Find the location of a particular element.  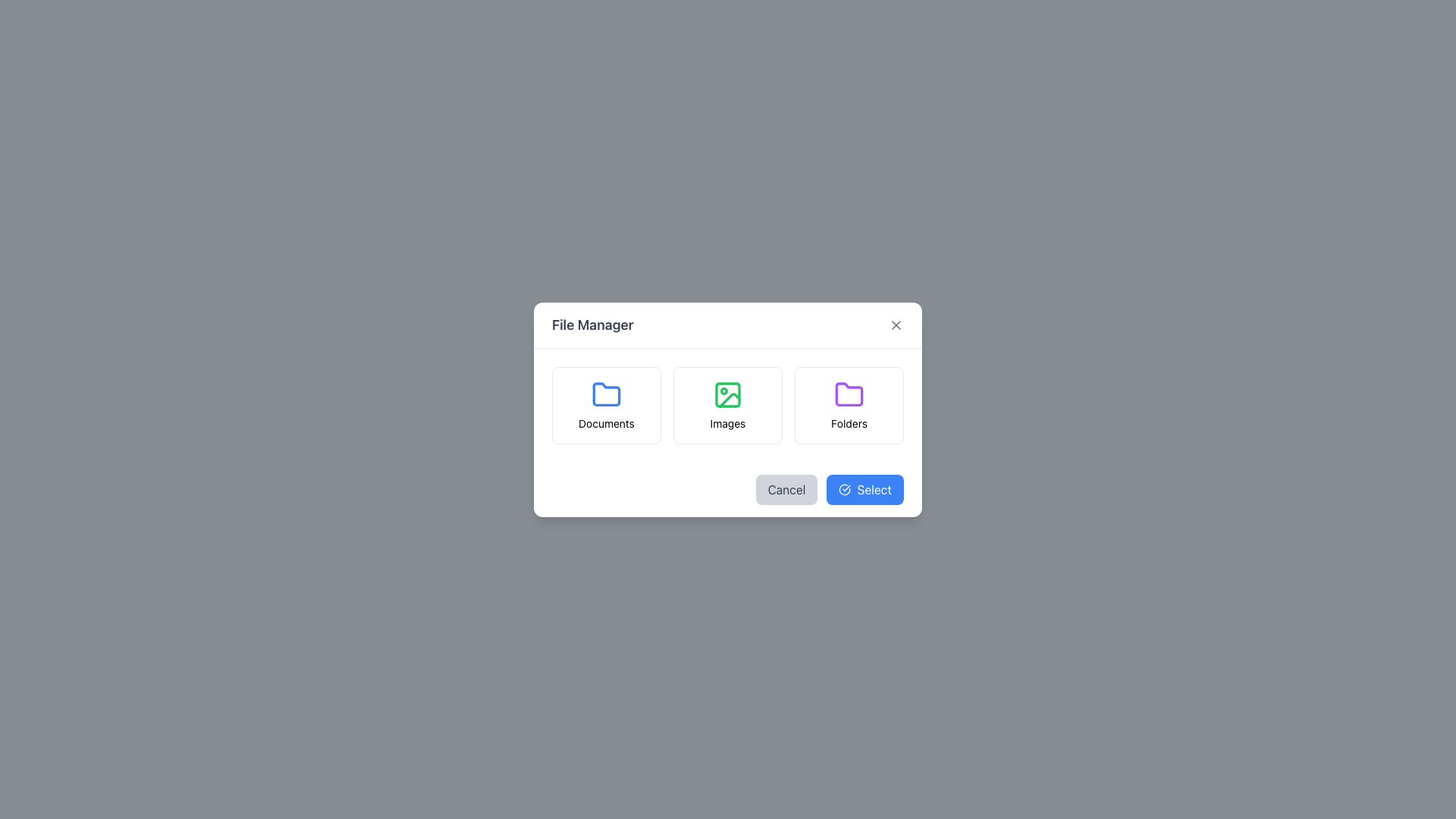

the checkmark icon inside the 'Select' button, positioned on the bottom right of the modal, immediately to the left of the button text is located at coordinates (844, 489).